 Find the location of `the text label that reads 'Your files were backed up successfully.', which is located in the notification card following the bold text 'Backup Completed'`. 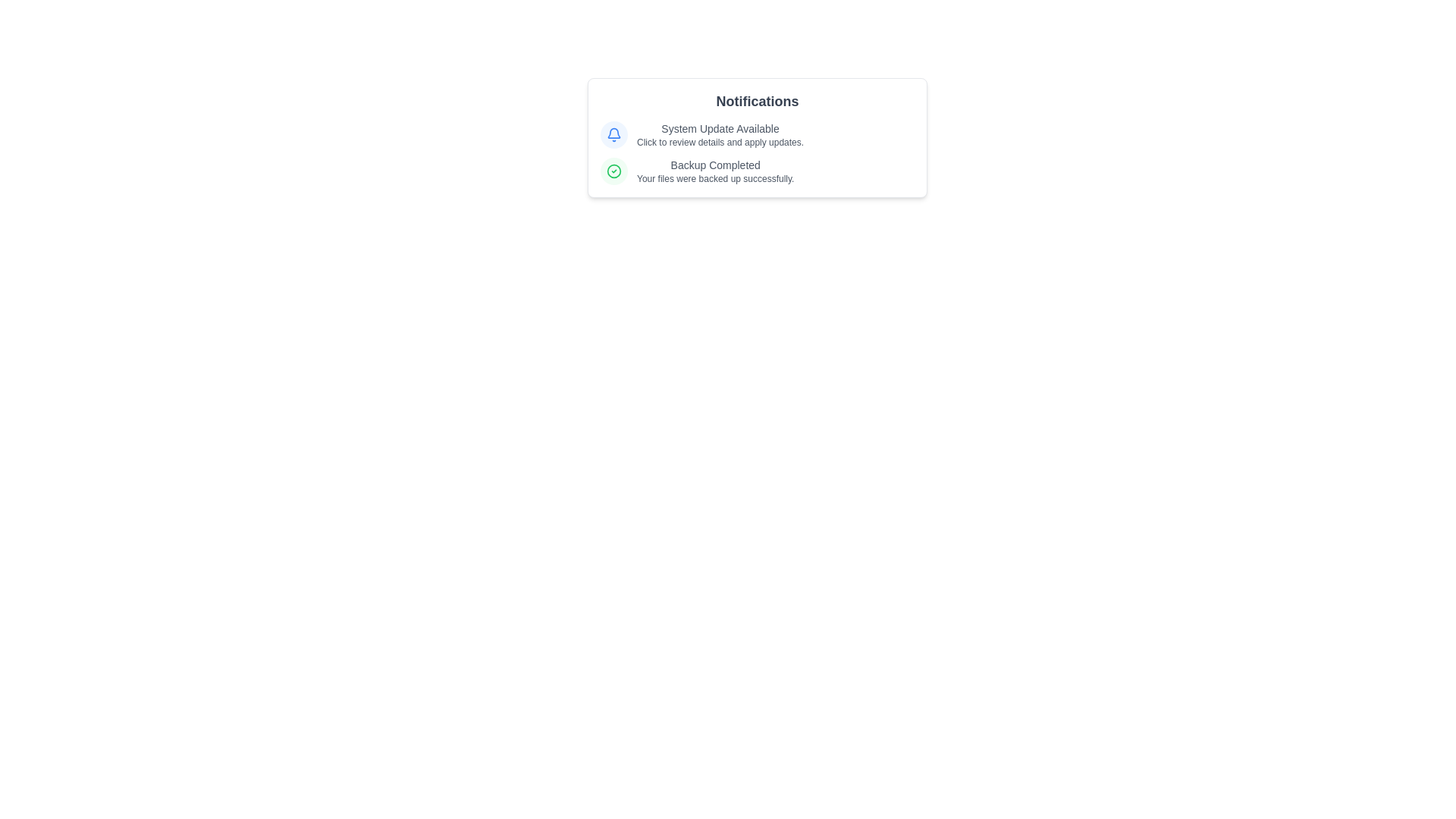

the text label that reads 'Your files were backed up successfully.', which is located in the notification card following the bold text 'Backup Completed' is located at coordinates (714, 177).